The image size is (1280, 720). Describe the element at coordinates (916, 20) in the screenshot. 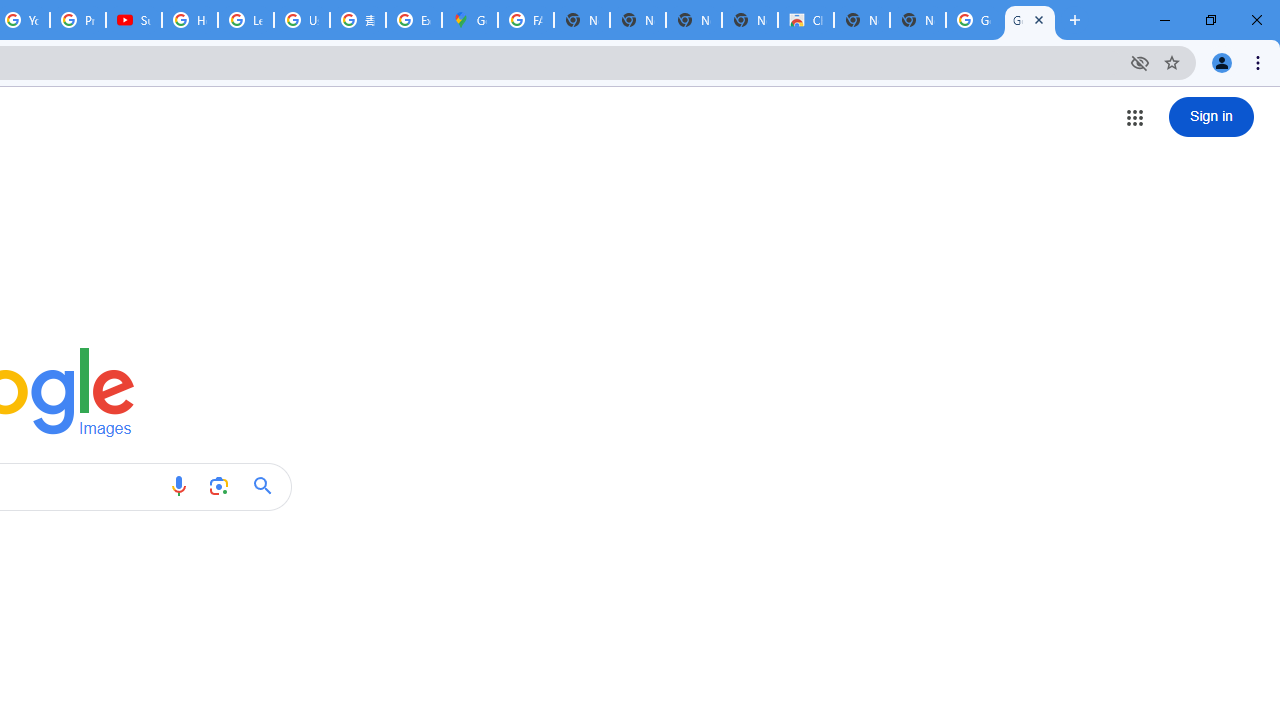

I see `'New Tab'` at that location.